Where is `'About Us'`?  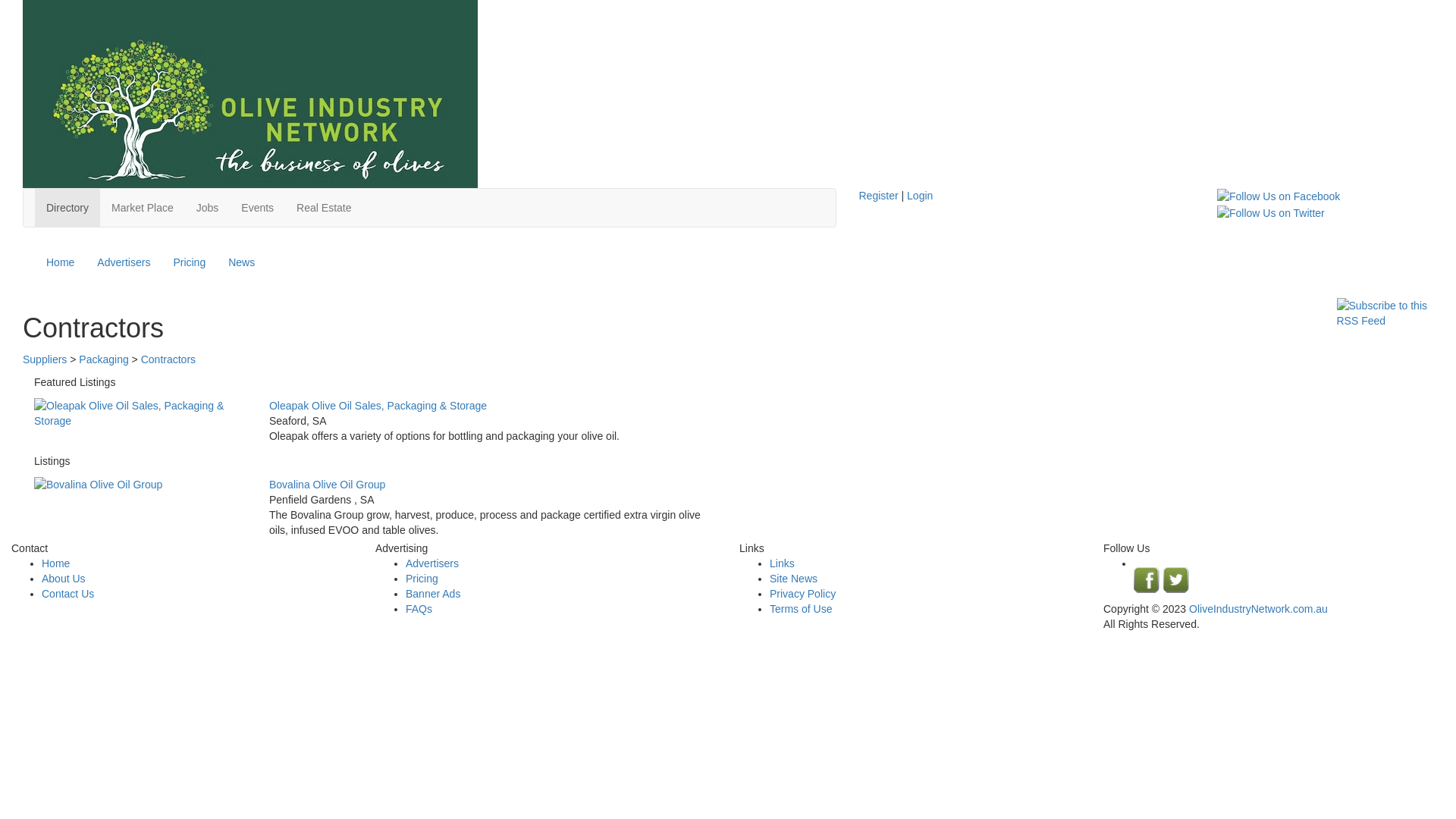
'About Us' is located at coordinates (62, 579).